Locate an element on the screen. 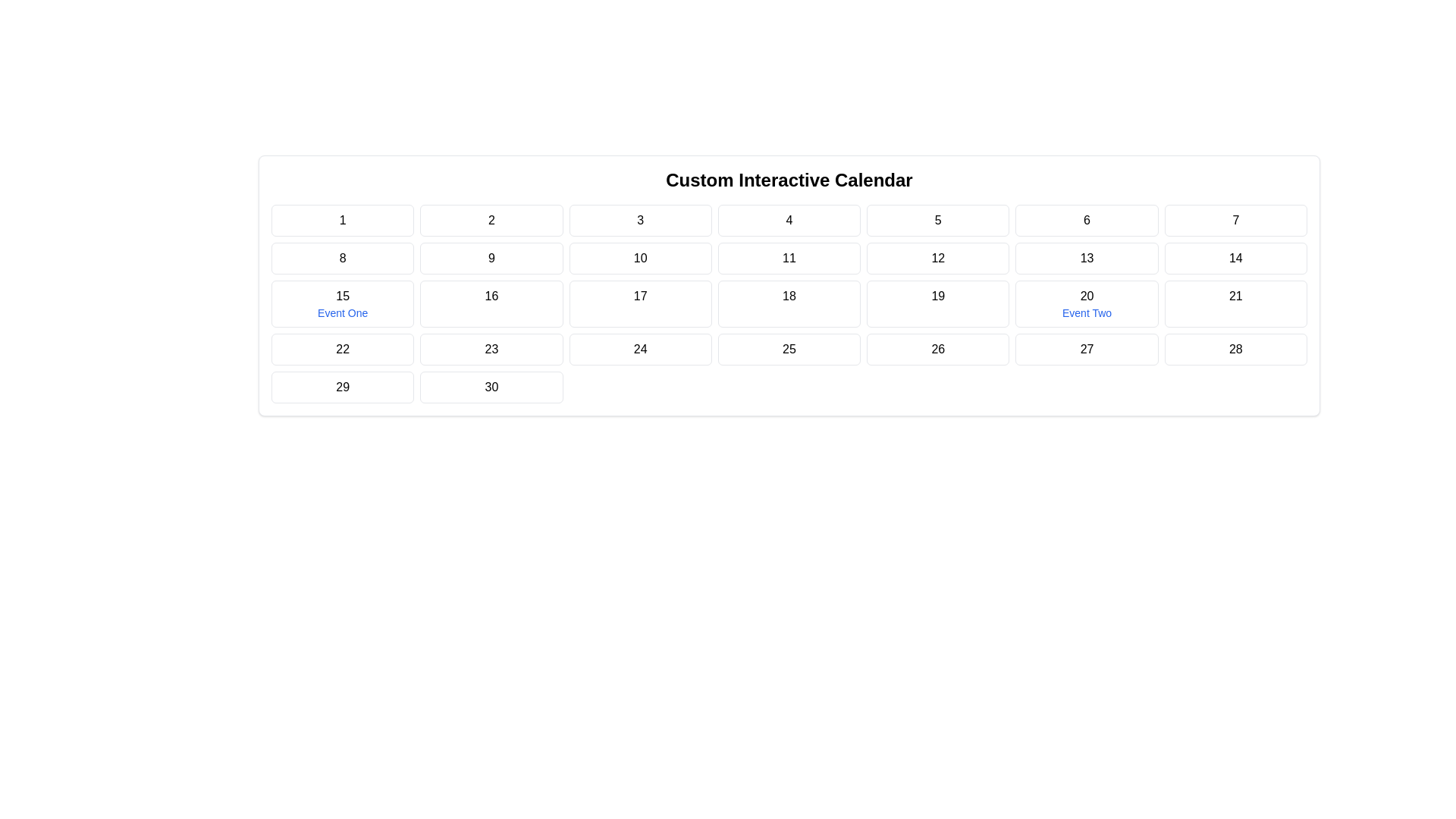 The height and width of the screenshot is (819, 1456). the calendar day cell displaying the number '28' in the sixth row and seventh column of the grid layout is located at coordinates (1235, 350).